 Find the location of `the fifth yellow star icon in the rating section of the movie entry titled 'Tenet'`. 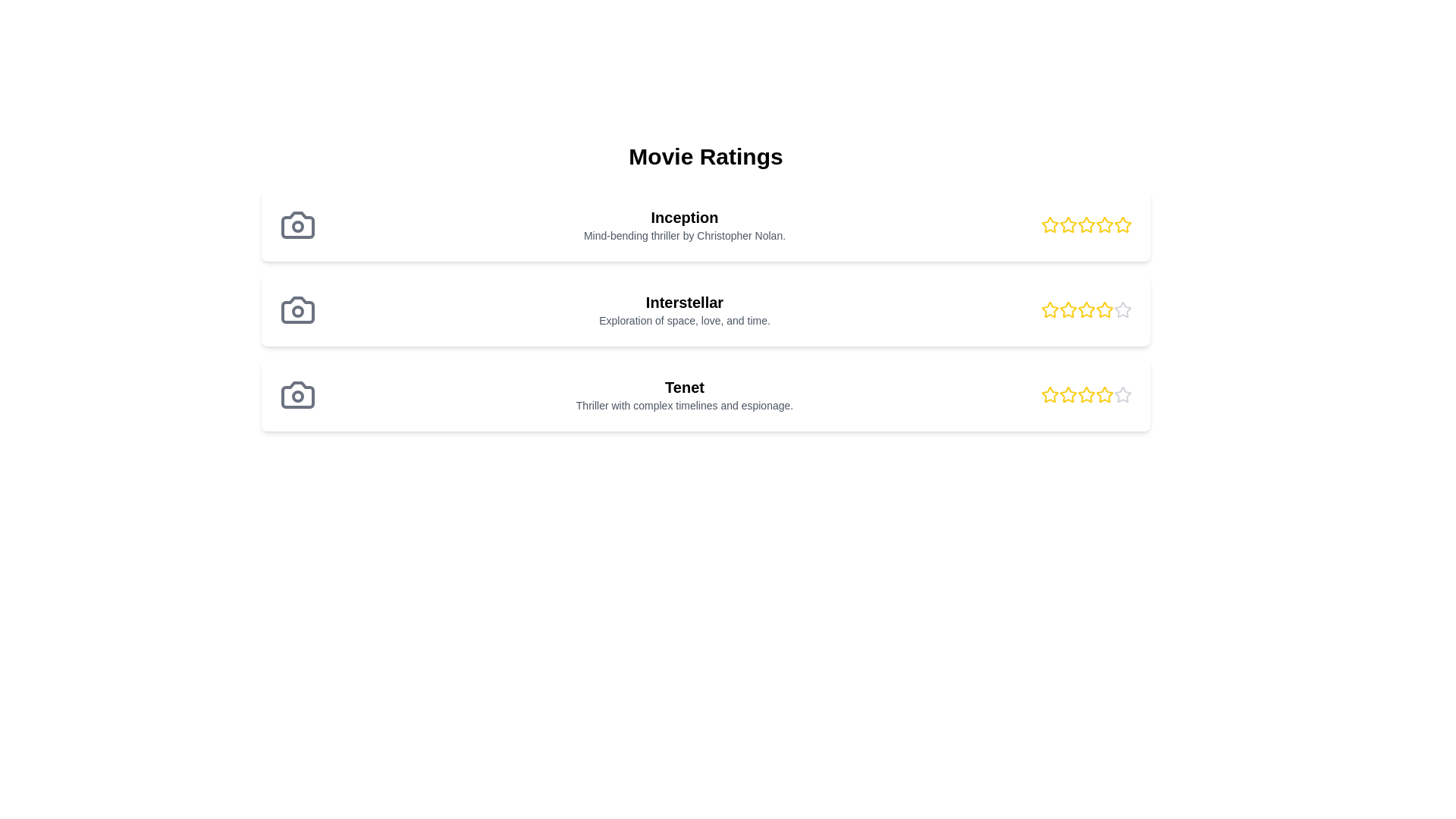

the fifth yellow star icon in the rating section of the movie entry titled 'Tenet' is located at coordinates (1105, 394).